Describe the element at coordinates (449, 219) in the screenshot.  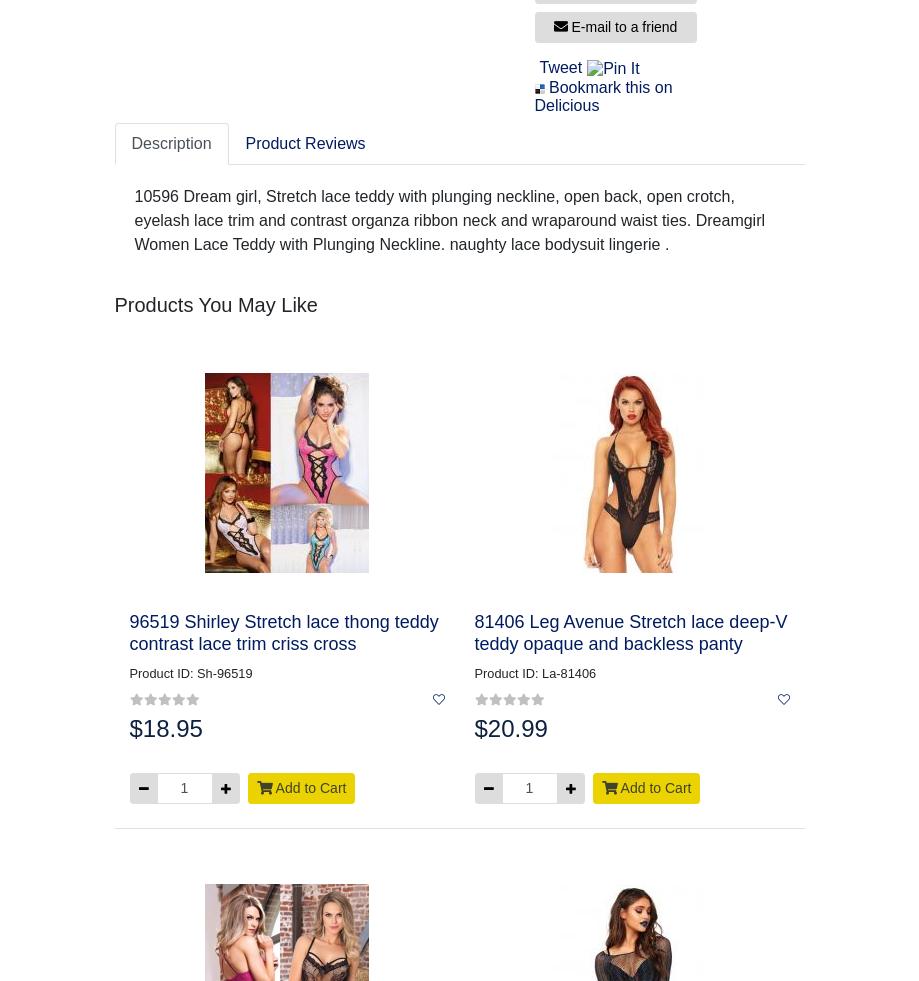
I see `'10596 Dream girl, Stretch lace teddy with plunging neckline, open back, open crotch, eyelash lace trim and contrast organza ribbon neck and wraparound waist ties. Dreamgirl Women Lace Teddy with Plunging Neckline. naughty lace bodysuit lingerie .'` at that location.